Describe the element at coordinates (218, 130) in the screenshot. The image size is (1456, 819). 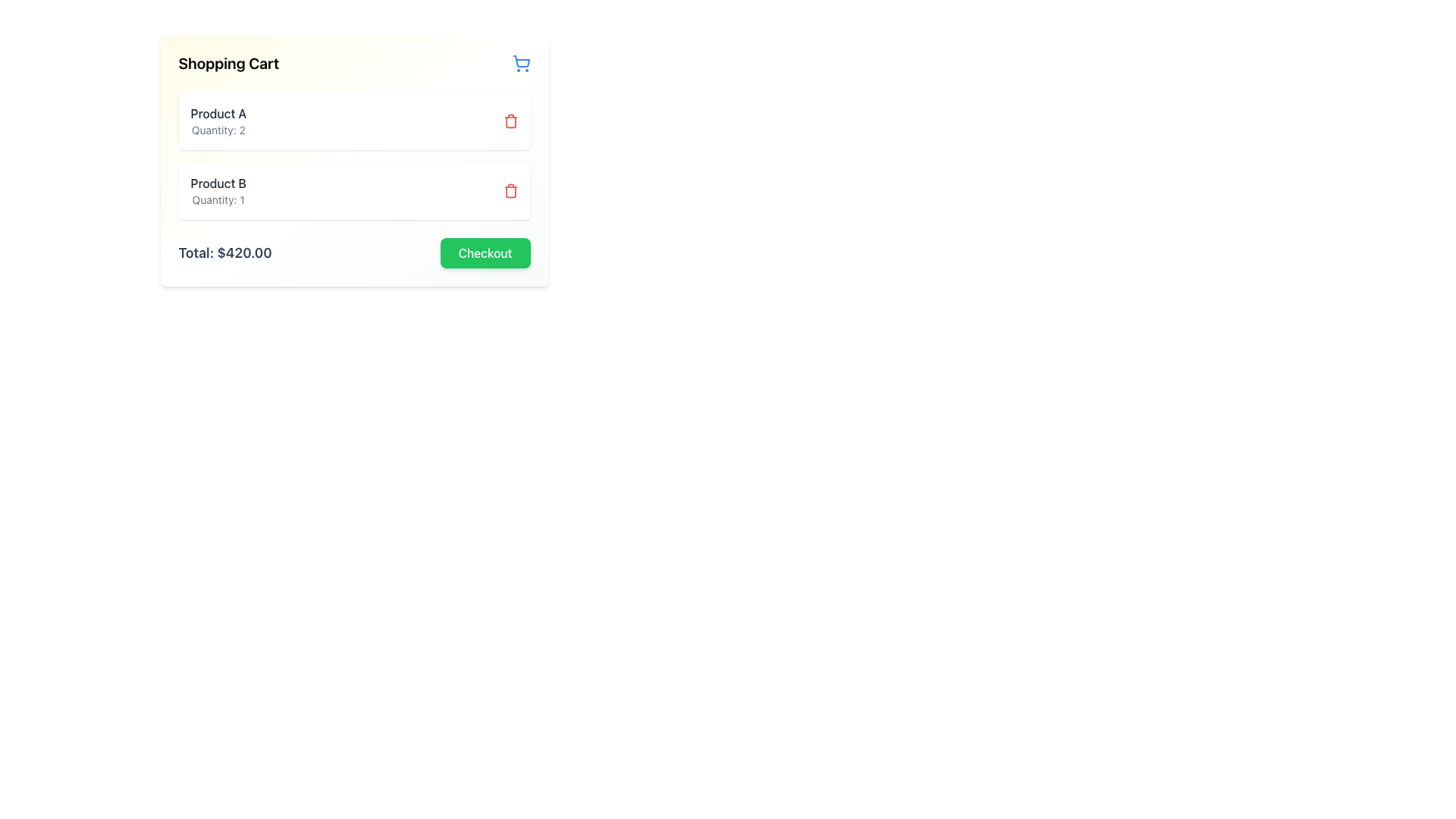
I see `the static text label displaying 'Quantity: 2', which is styled in light gray and located below the 'Product A' label in the shopping cart interface` at that location.